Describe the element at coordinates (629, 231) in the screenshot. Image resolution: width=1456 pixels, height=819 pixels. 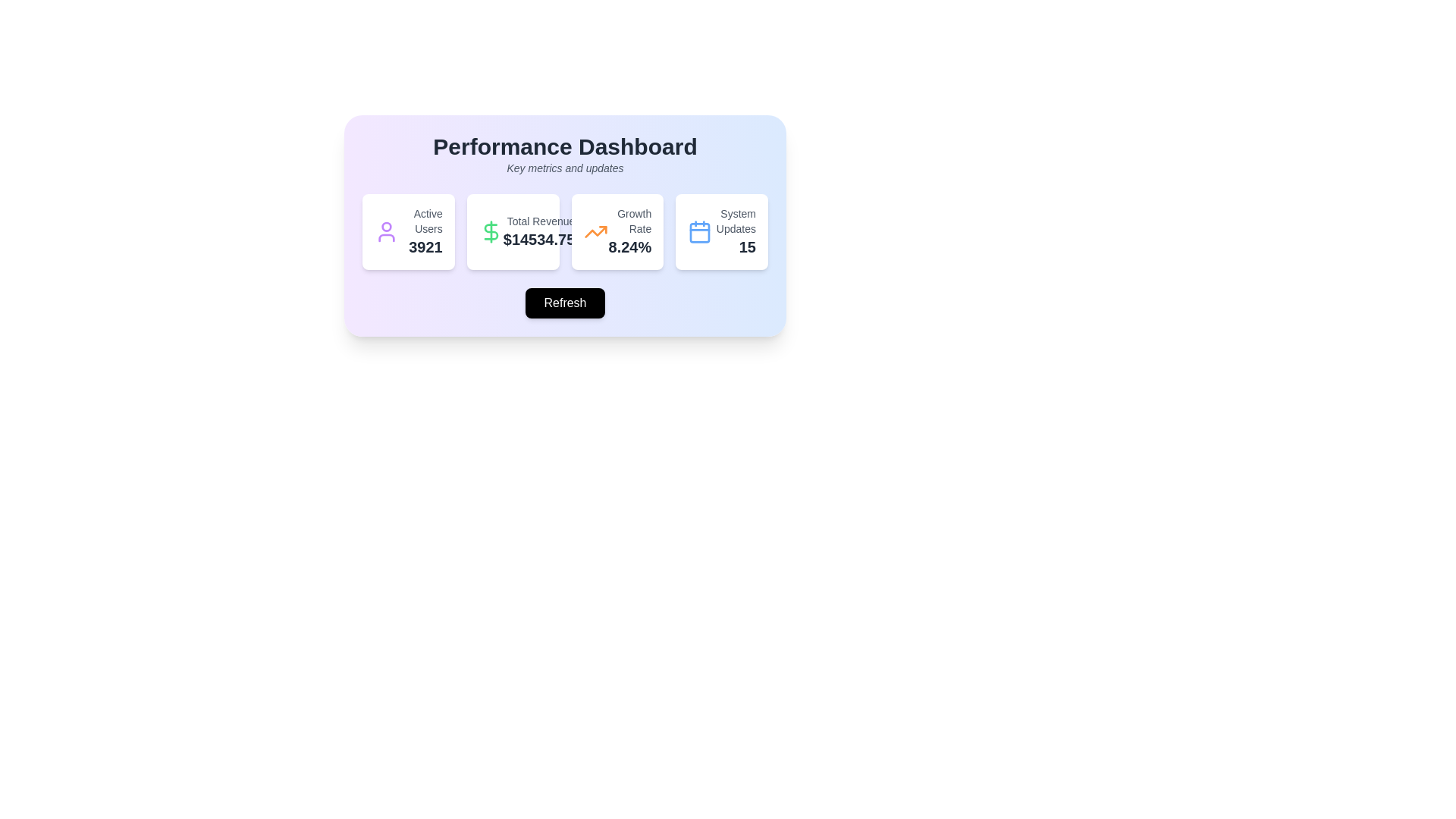
I see `the informational text display showing 'Growth Rate' and '8.24%' in a card on the dashboard` at that location.